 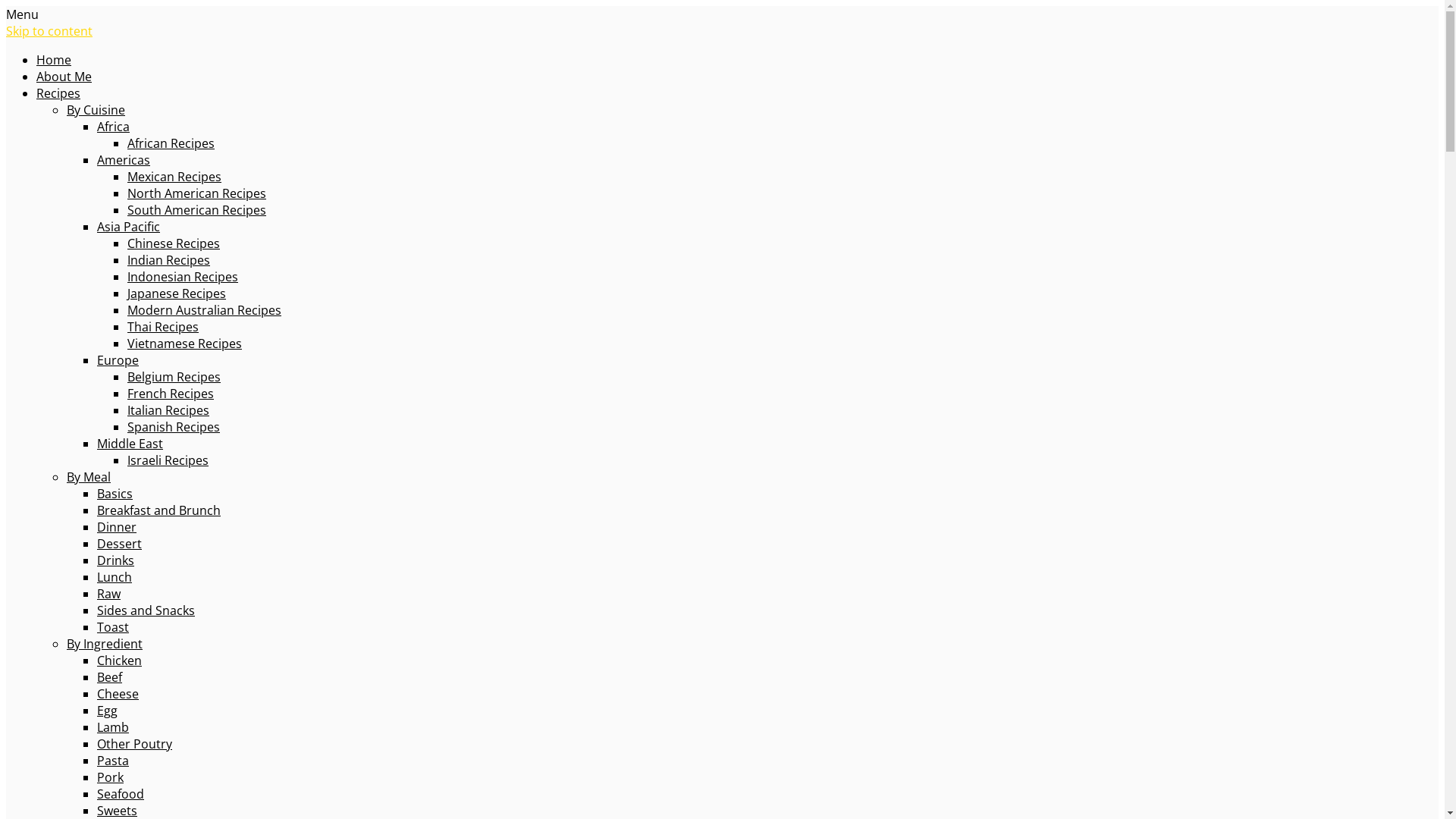 I want to click on 'Africa', so click(x=112, y=125).